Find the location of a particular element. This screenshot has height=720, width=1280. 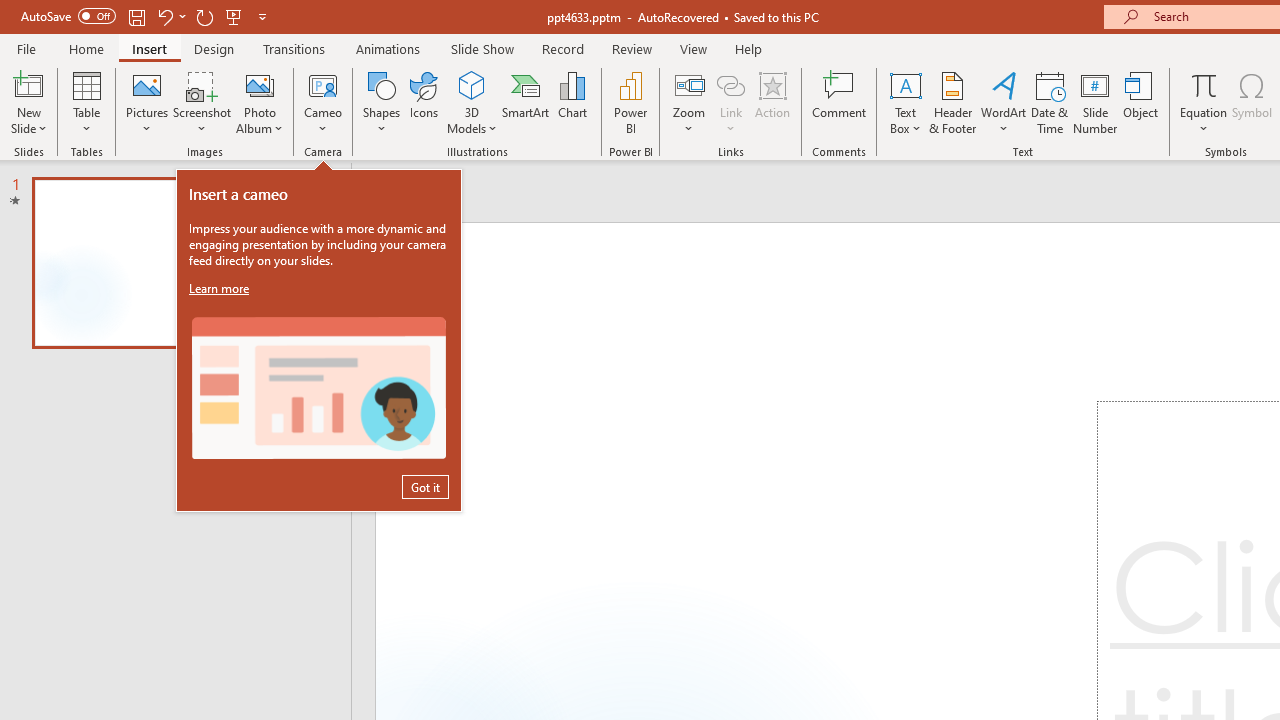

'Icons' is located at coordinates (423, 103).